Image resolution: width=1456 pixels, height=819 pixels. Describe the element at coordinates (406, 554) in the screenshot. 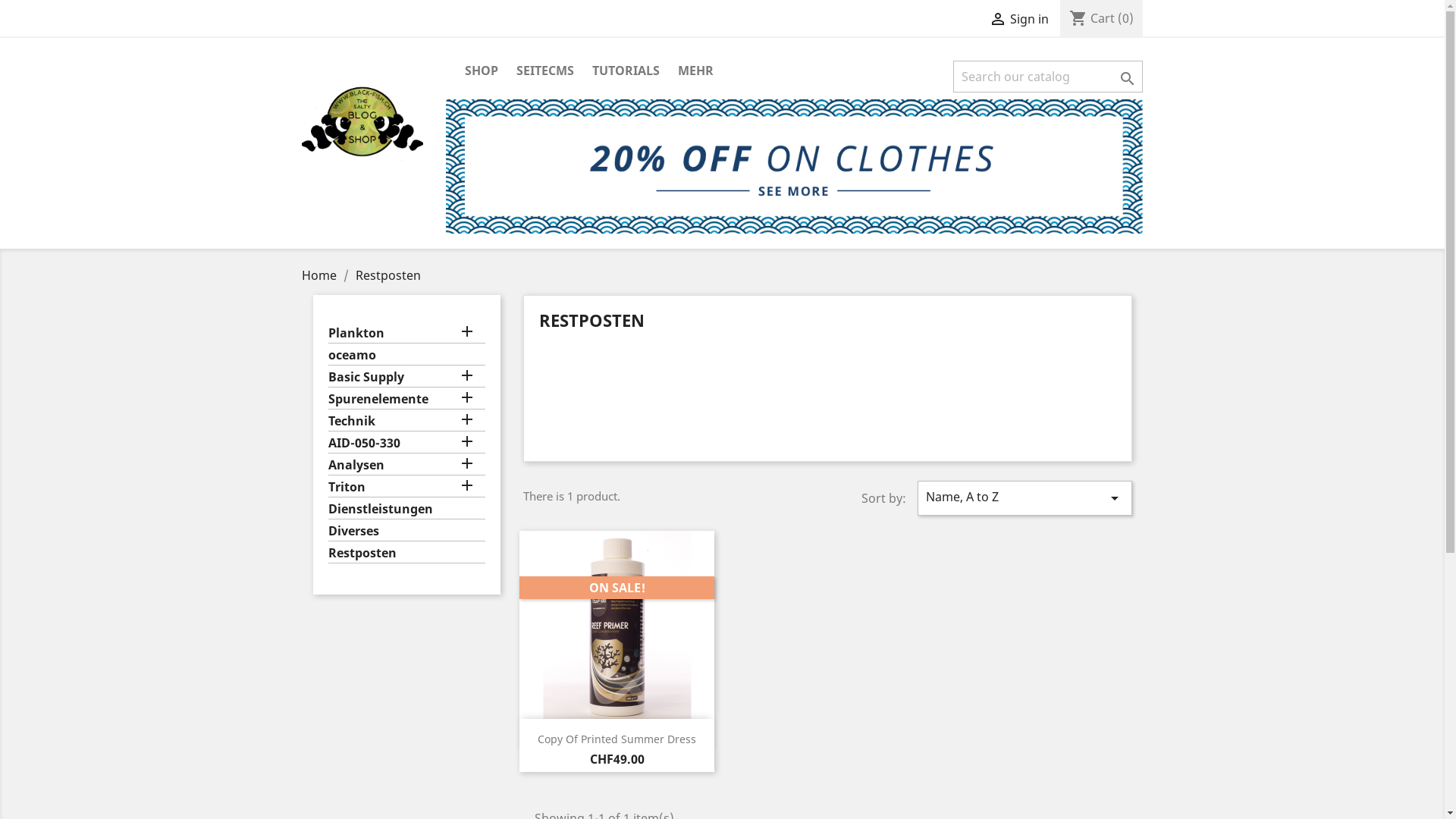

I see `'Restposten'` at that location.